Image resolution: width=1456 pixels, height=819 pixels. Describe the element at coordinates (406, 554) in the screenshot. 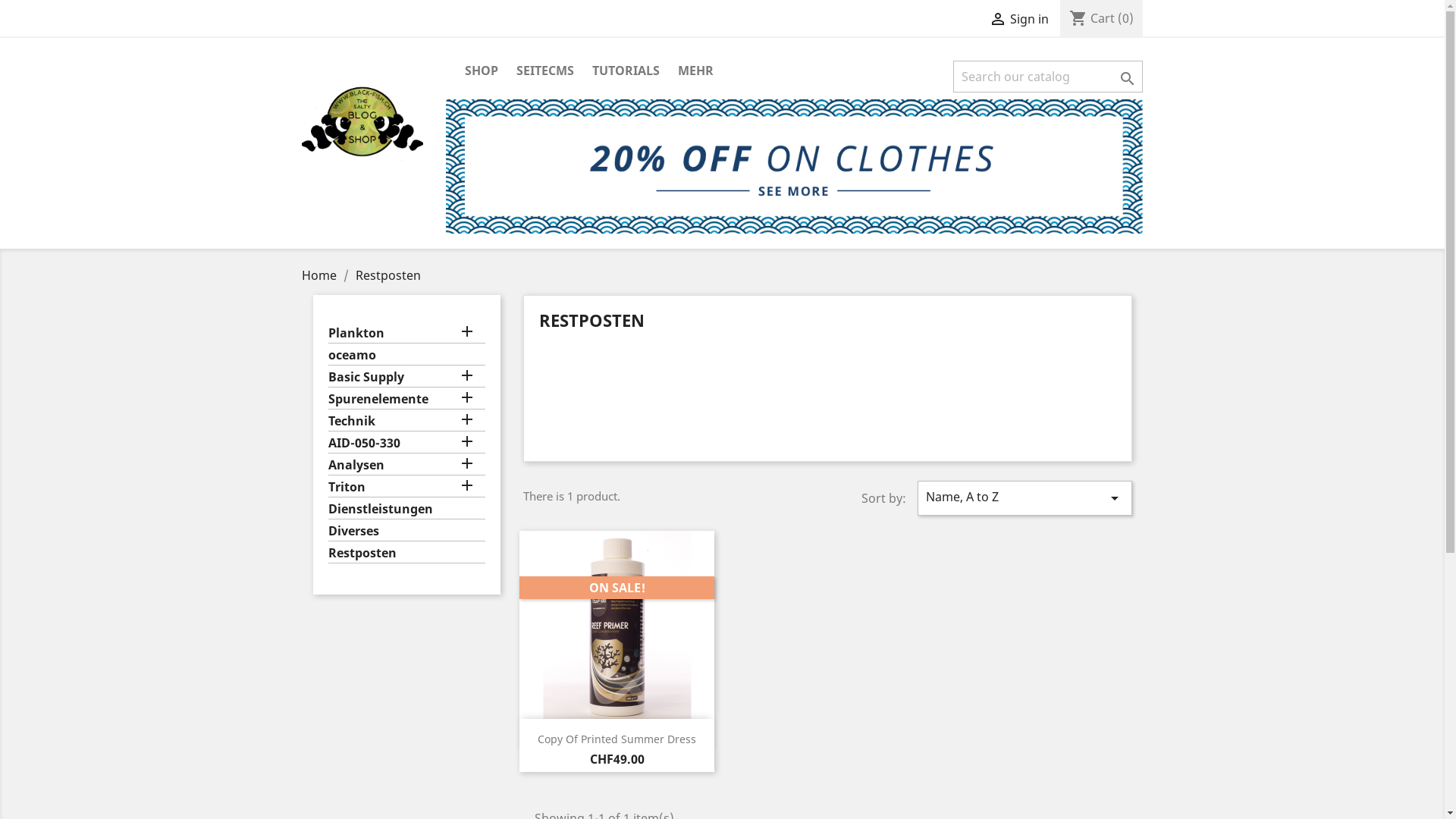

I see `'Restposten'` at that location.